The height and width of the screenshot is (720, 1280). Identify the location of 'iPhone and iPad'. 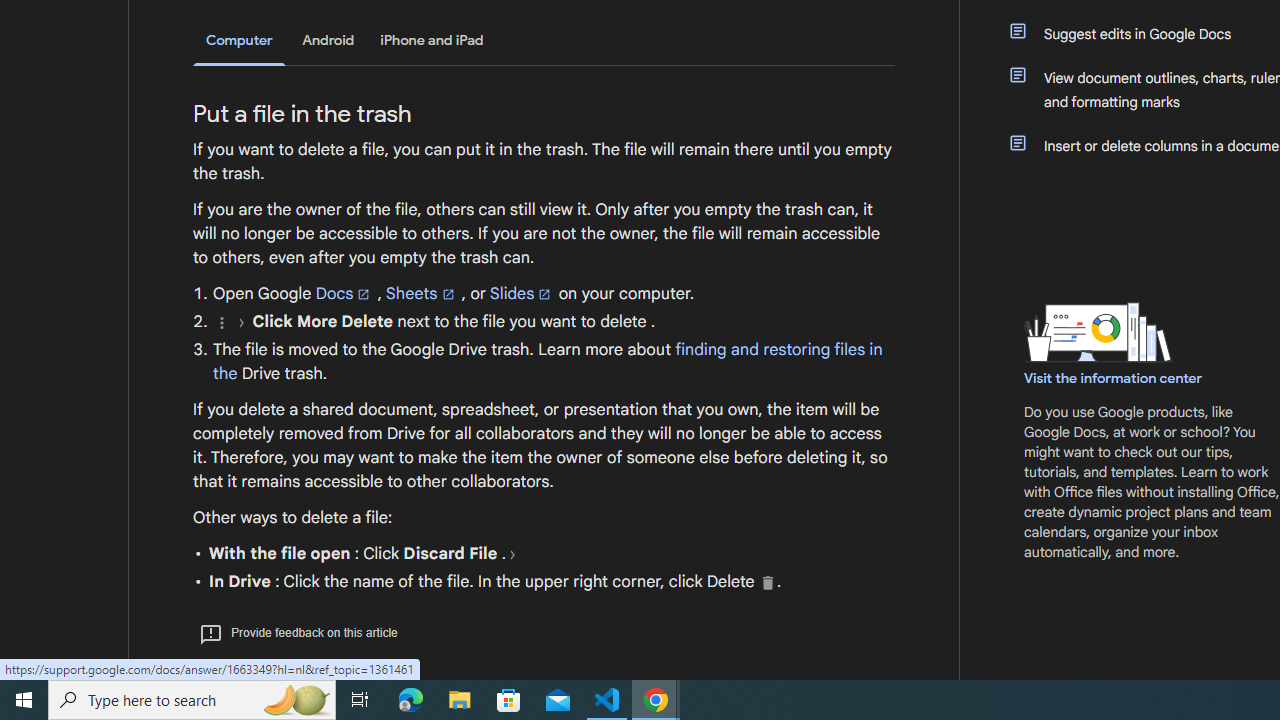
(431, 40).